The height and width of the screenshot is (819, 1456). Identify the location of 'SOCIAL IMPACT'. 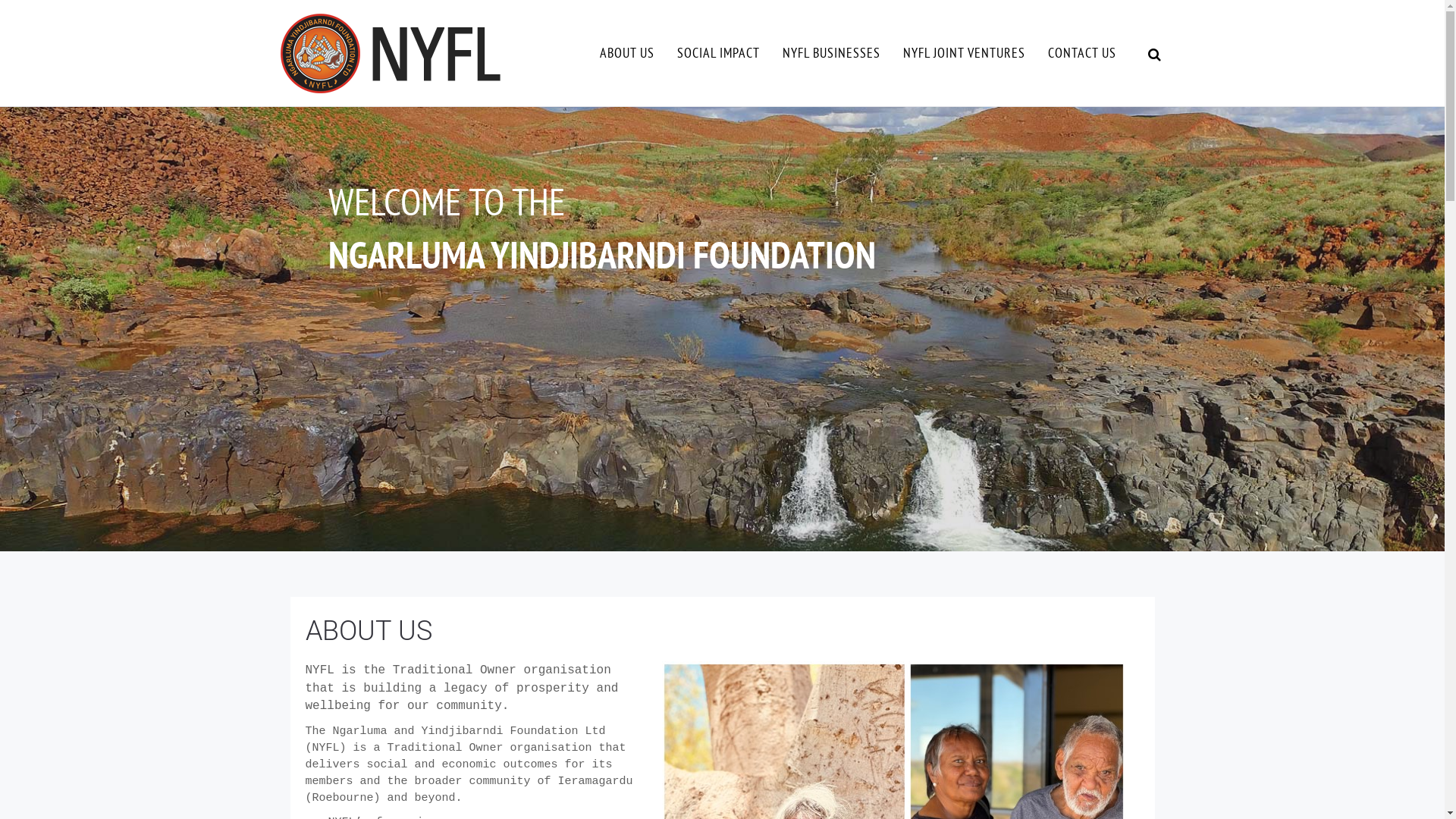
(717, 52).